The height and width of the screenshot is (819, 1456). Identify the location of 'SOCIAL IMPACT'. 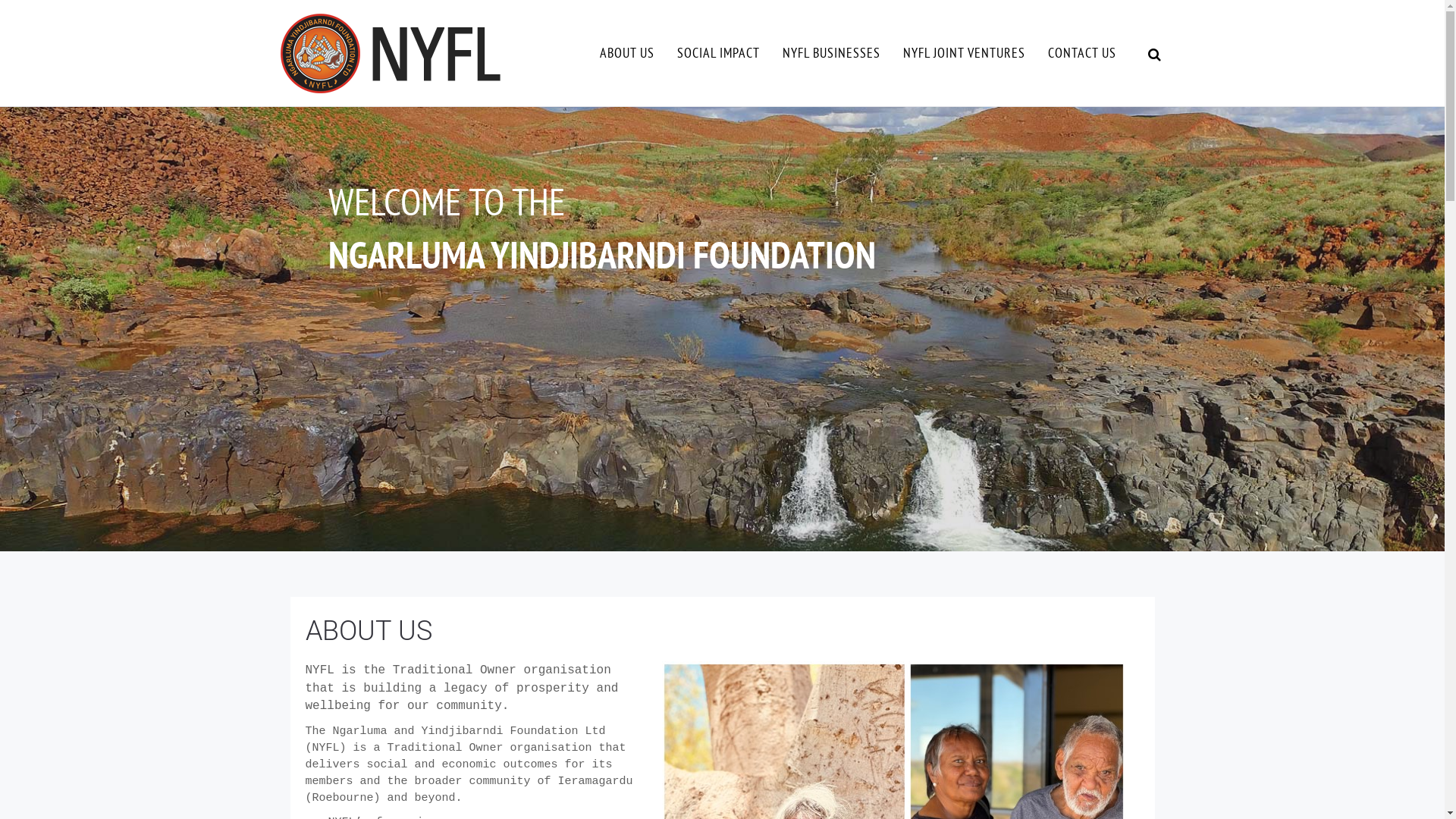
(717, 52).